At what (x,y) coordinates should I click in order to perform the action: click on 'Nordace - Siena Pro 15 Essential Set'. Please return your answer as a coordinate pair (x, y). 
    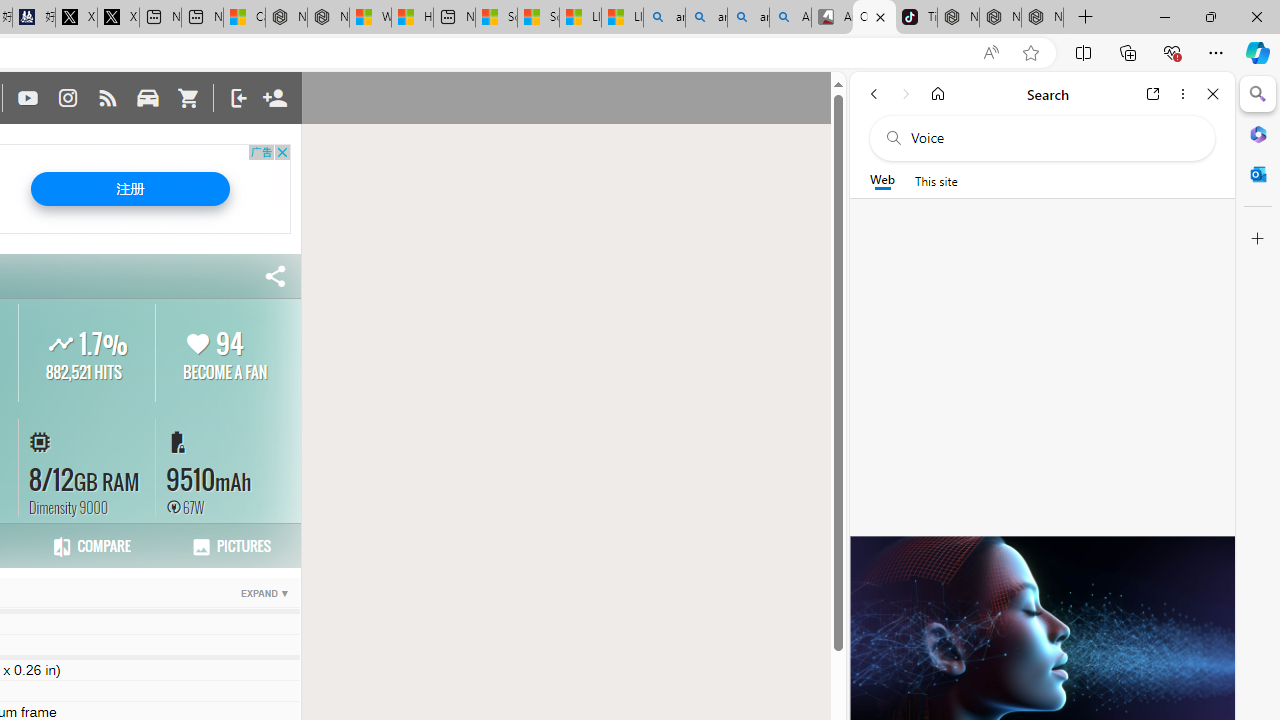
    Looking at the image, I should click on (1041, 17).